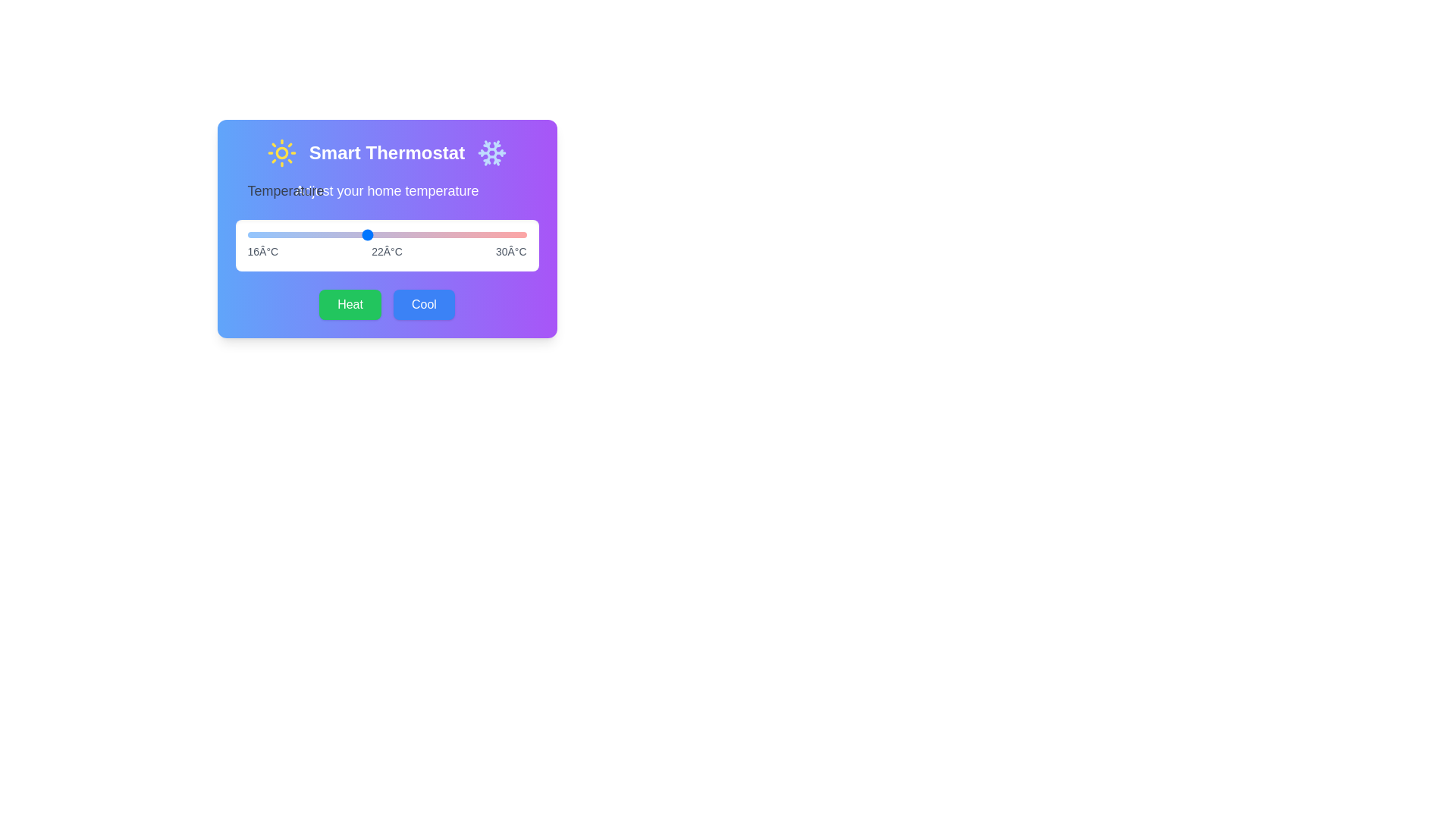  Describe the element at coordinates (446, 234) in the screenshot. I see `the temperature slider to 26 degrees Celsius` at that location.